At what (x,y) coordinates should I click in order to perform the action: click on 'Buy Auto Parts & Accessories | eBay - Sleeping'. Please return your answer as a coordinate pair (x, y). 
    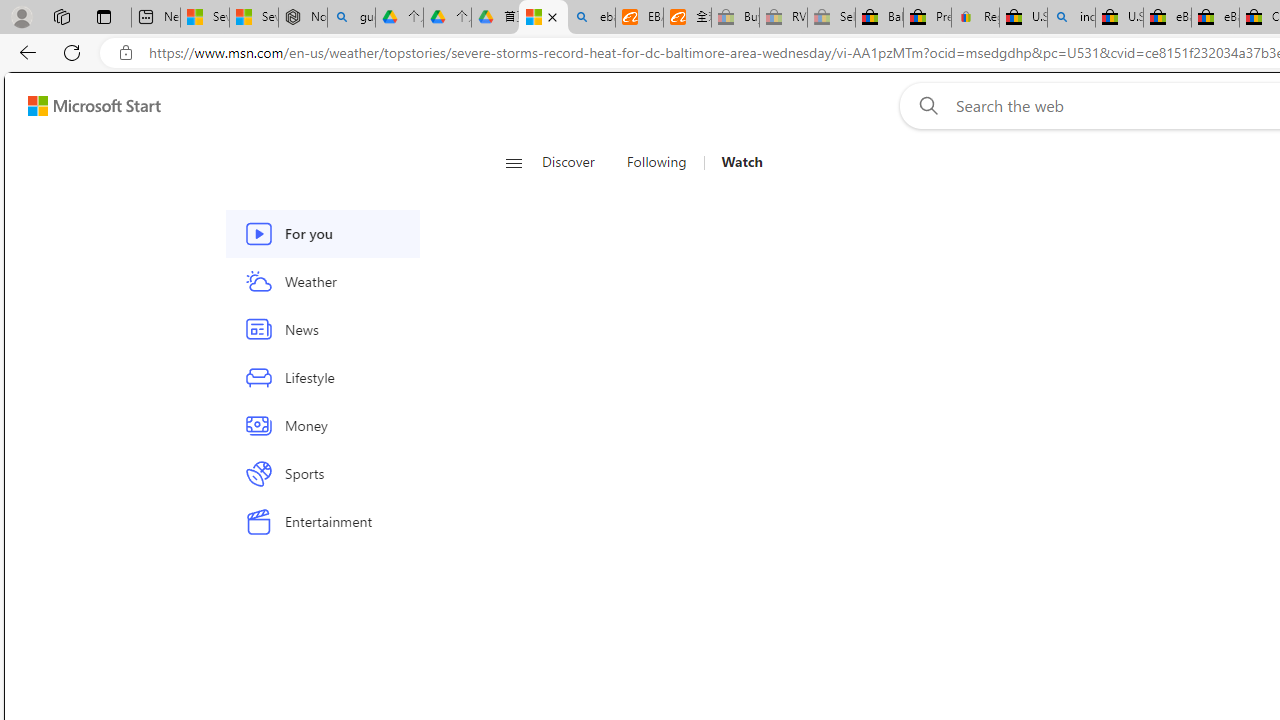
    Looking at the image, I should click on (734, 17).